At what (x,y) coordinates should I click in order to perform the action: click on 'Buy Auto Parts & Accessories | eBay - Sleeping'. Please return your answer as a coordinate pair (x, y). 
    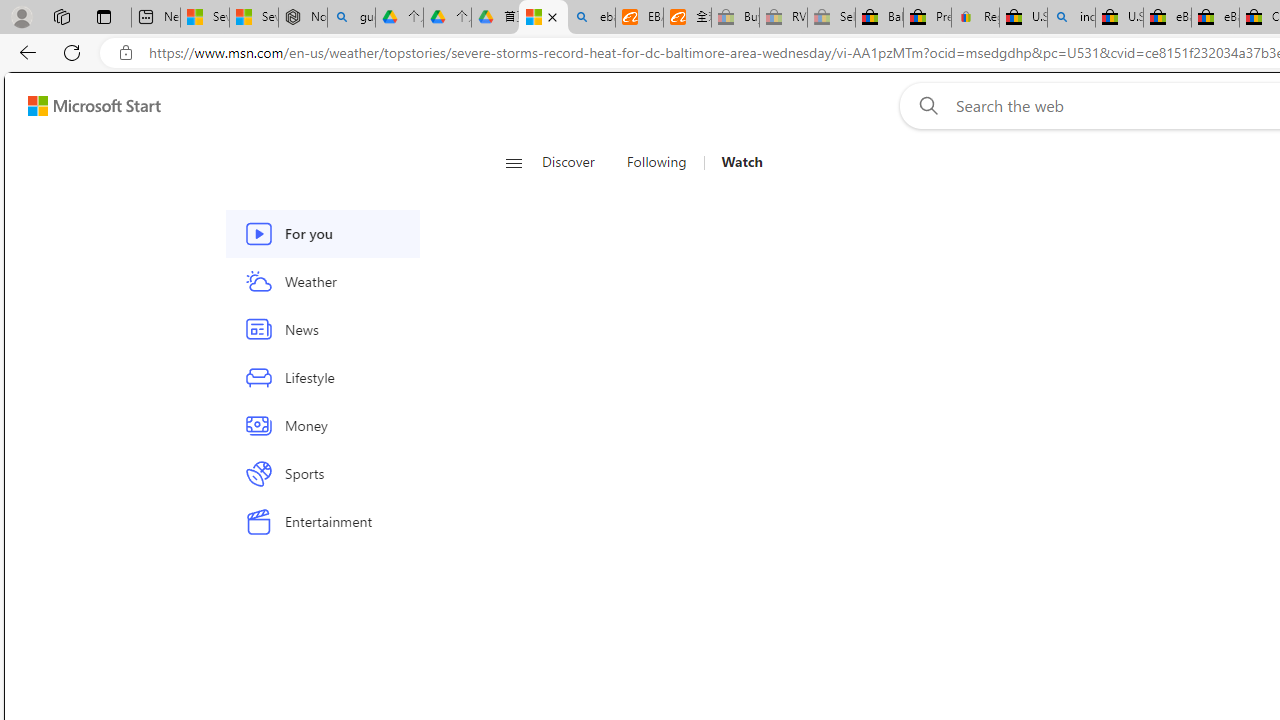
    Looking at the image, I should click on (734, 17).